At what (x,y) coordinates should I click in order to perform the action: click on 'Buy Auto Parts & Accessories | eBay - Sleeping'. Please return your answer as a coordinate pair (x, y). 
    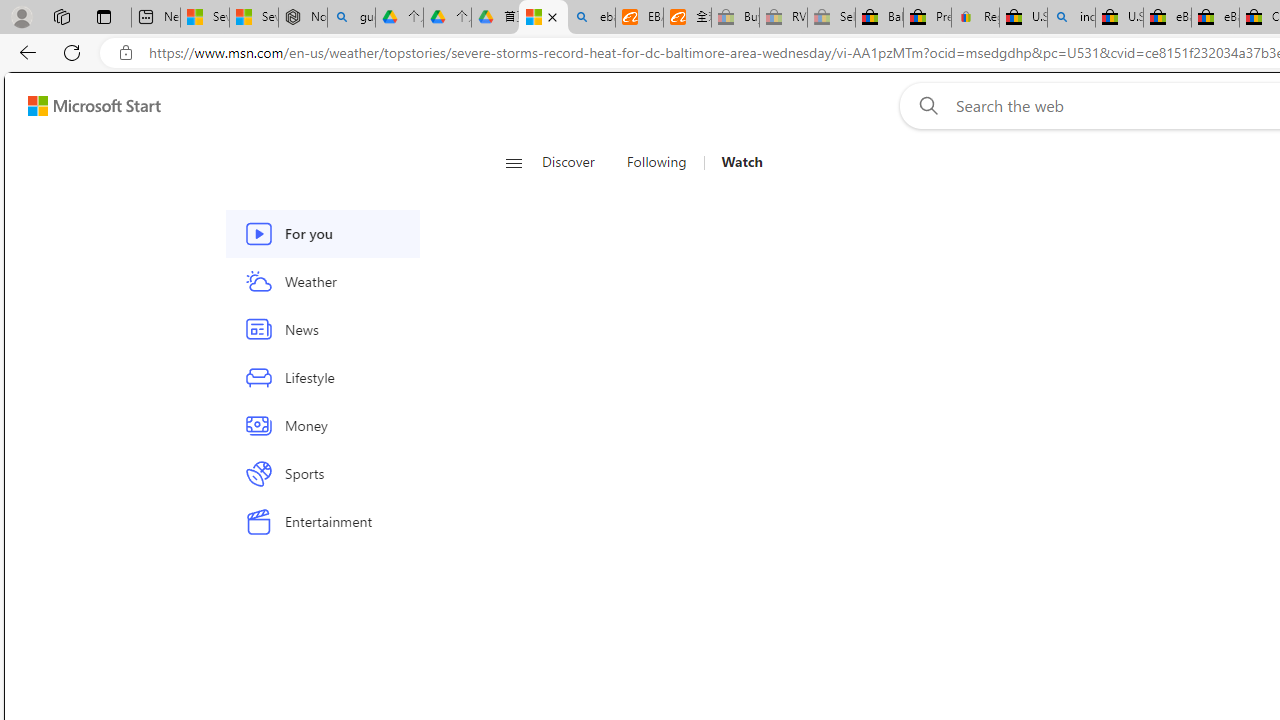
    Looking at the image, I should click on (734, 17).